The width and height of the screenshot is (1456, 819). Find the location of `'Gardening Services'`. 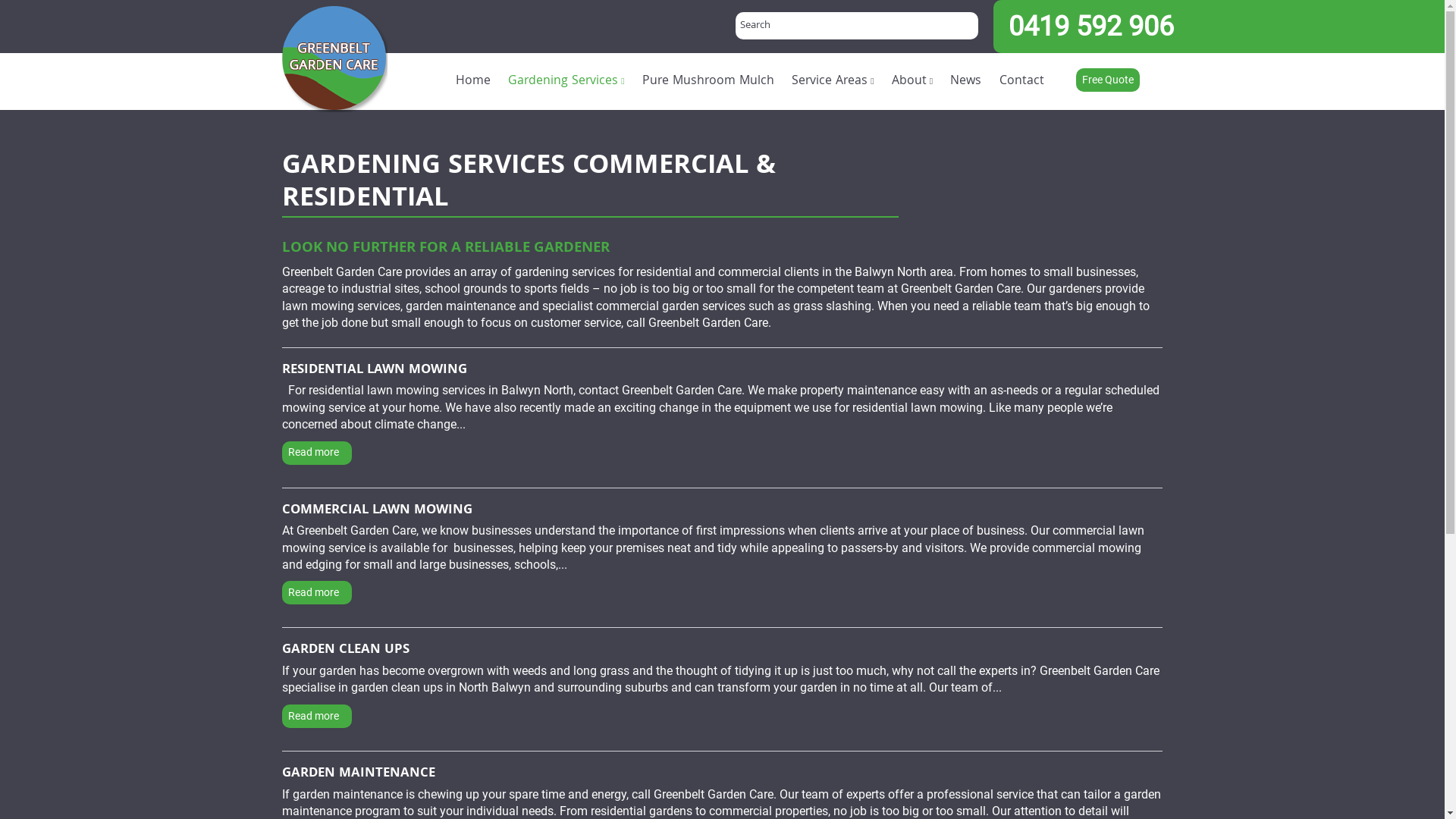

'Gardening Services' is located at coordinates (566, 81).